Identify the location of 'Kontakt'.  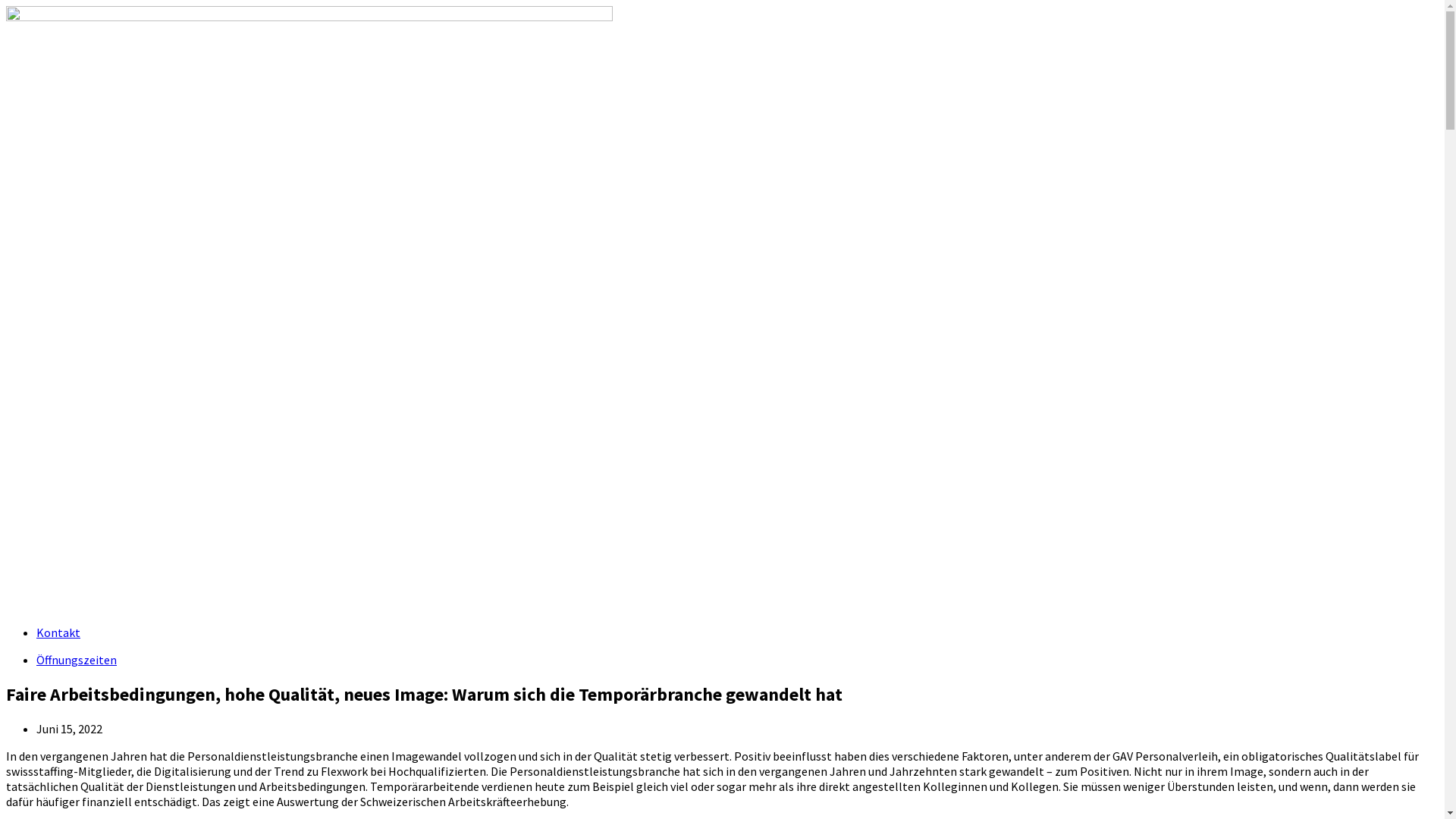
(58, 632).